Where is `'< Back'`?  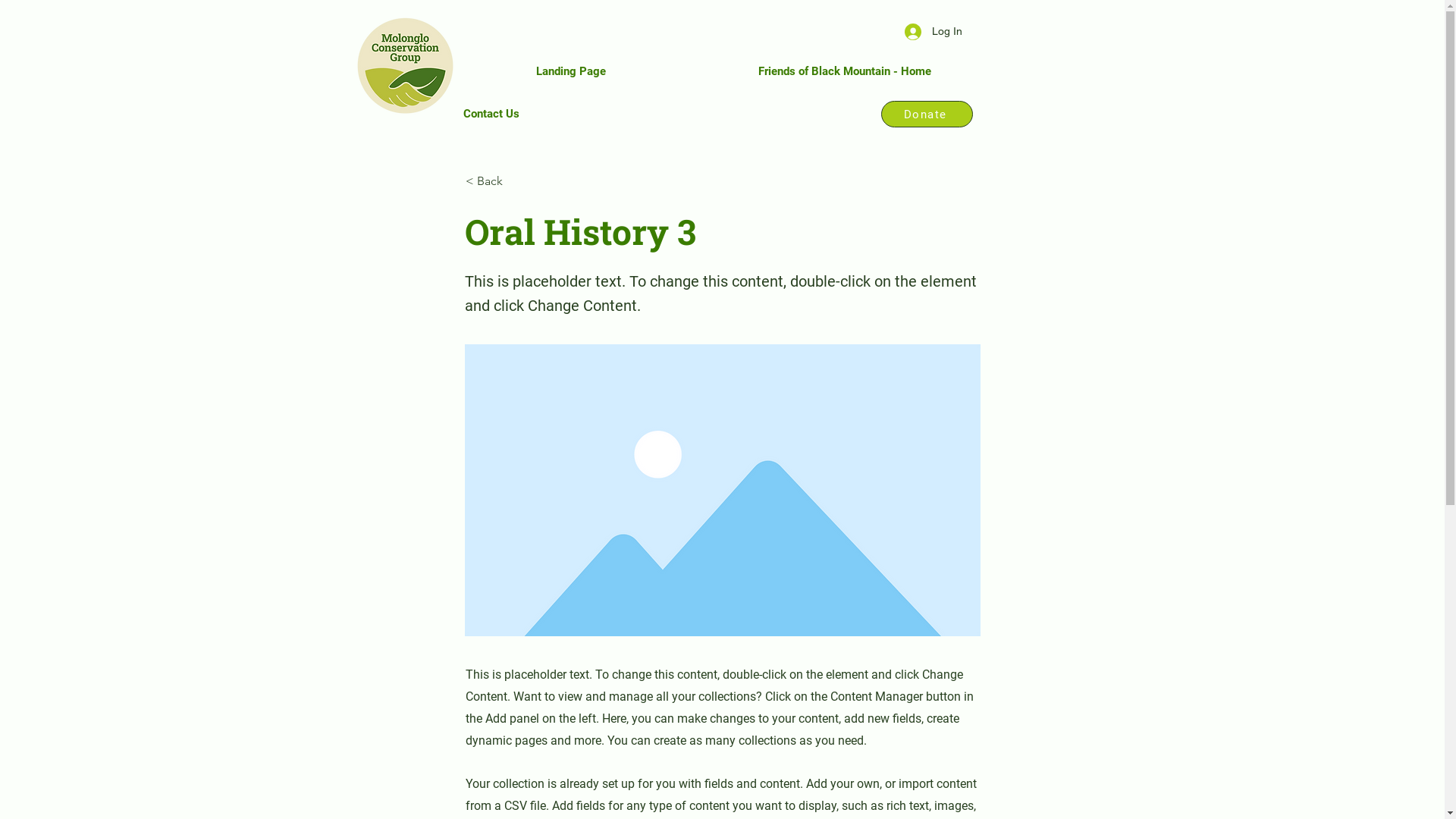 '< Back' is located at coordinates (516, 180).